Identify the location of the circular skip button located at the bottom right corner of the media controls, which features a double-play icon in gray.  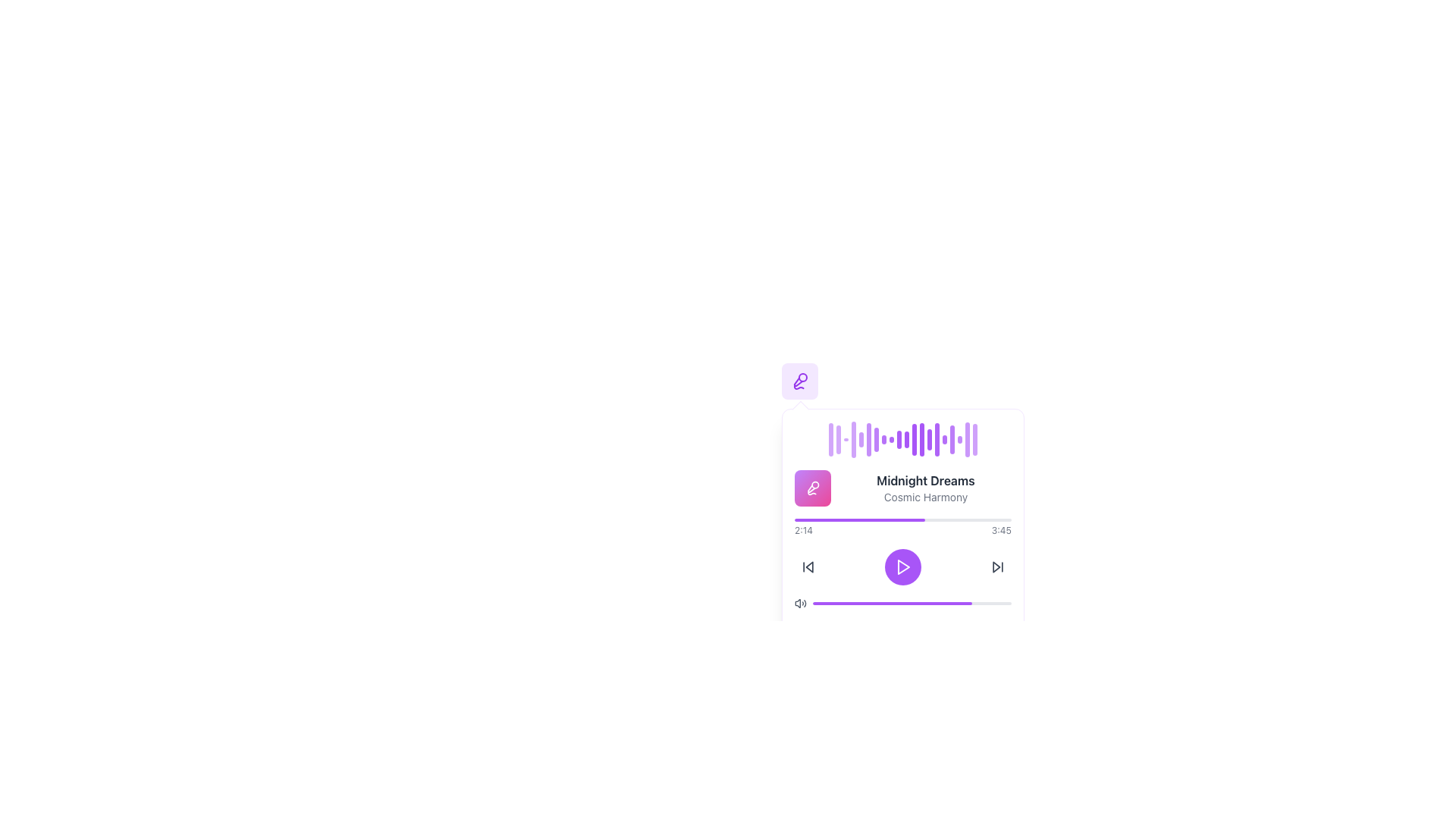
(997, 567).